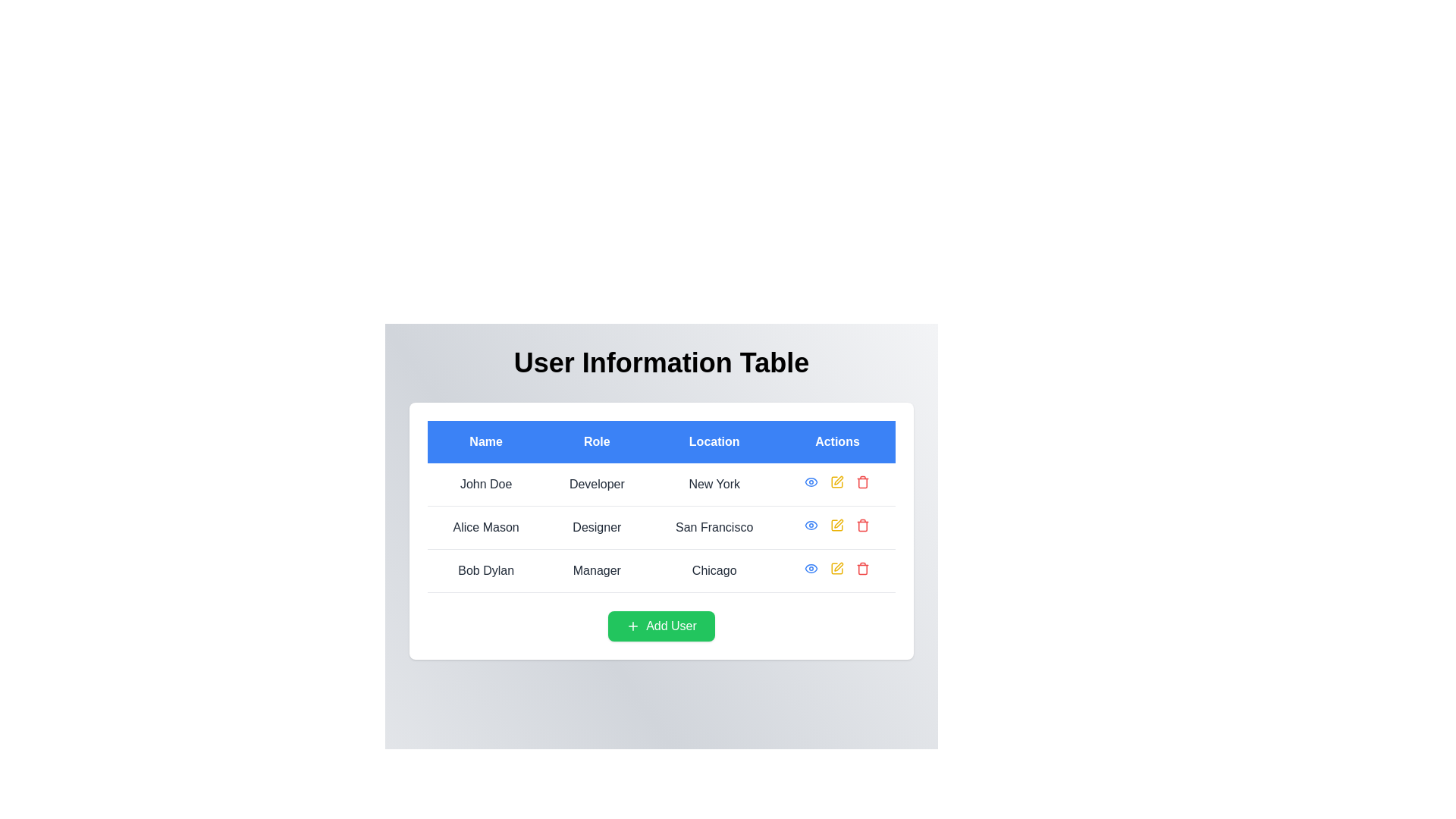  Describe the element at coordinates (863, 568) in the screenshot. I see `the delete icon button located in the third row of the 'Actions' column in the table` at that location.